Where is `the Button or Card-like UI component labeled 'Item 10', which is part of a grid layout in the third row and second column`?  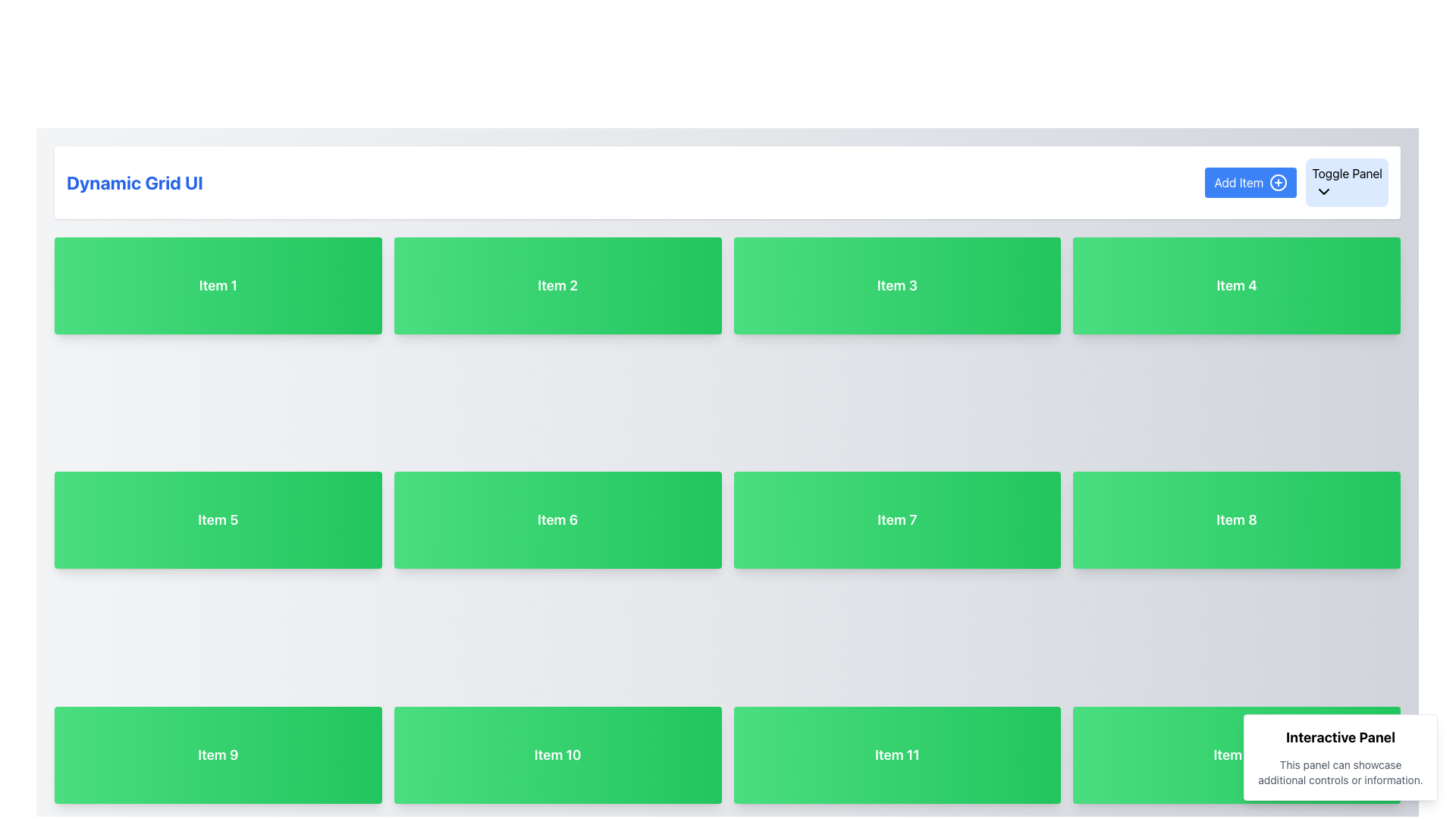
the Button or Card-like UI component labeled 'Item 10', which is part of a grid layout in the third row and second column is located at coordinates (557, 755).